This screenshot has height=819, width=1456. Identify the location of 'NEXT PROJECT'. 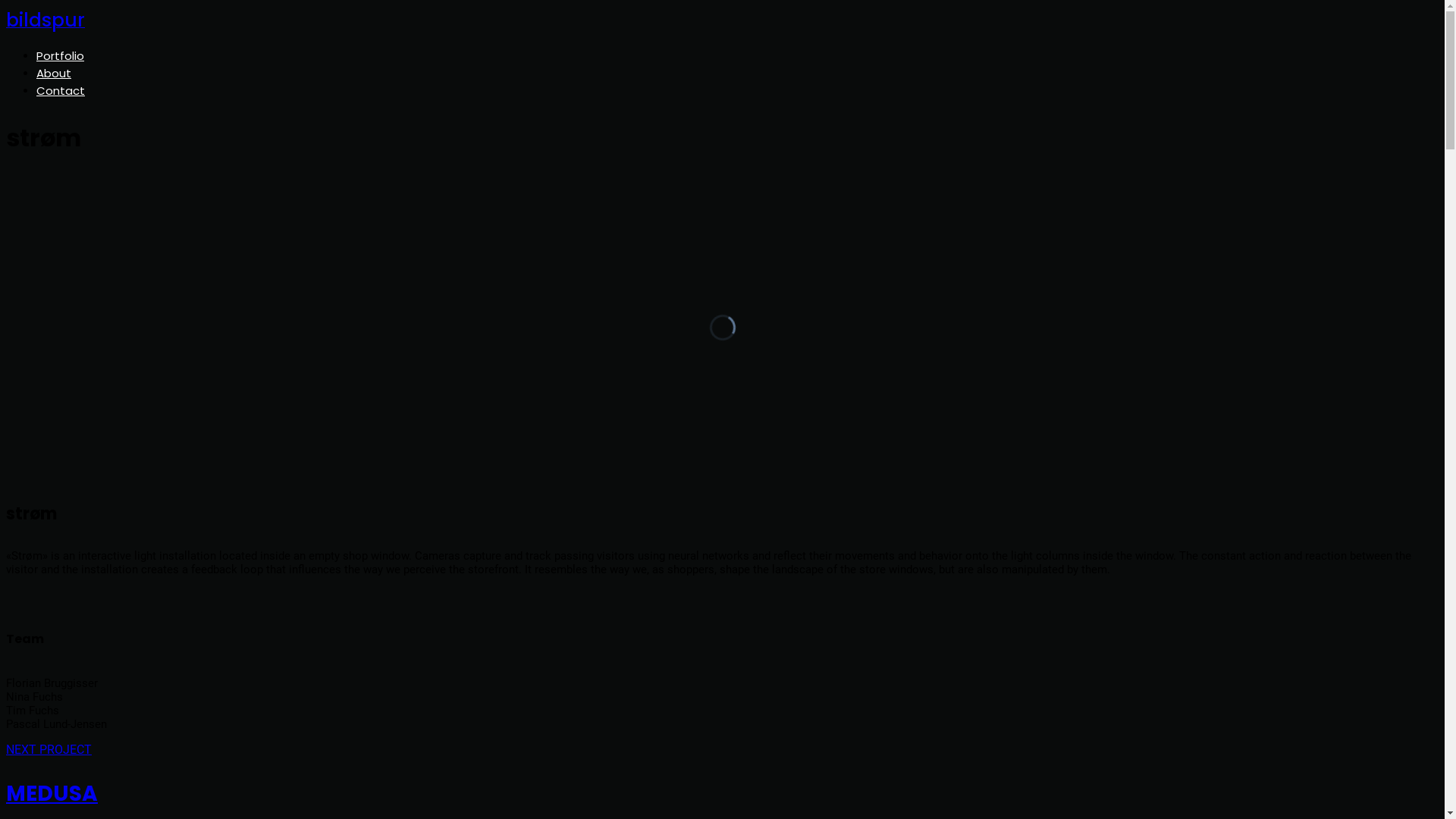
(49, 748).